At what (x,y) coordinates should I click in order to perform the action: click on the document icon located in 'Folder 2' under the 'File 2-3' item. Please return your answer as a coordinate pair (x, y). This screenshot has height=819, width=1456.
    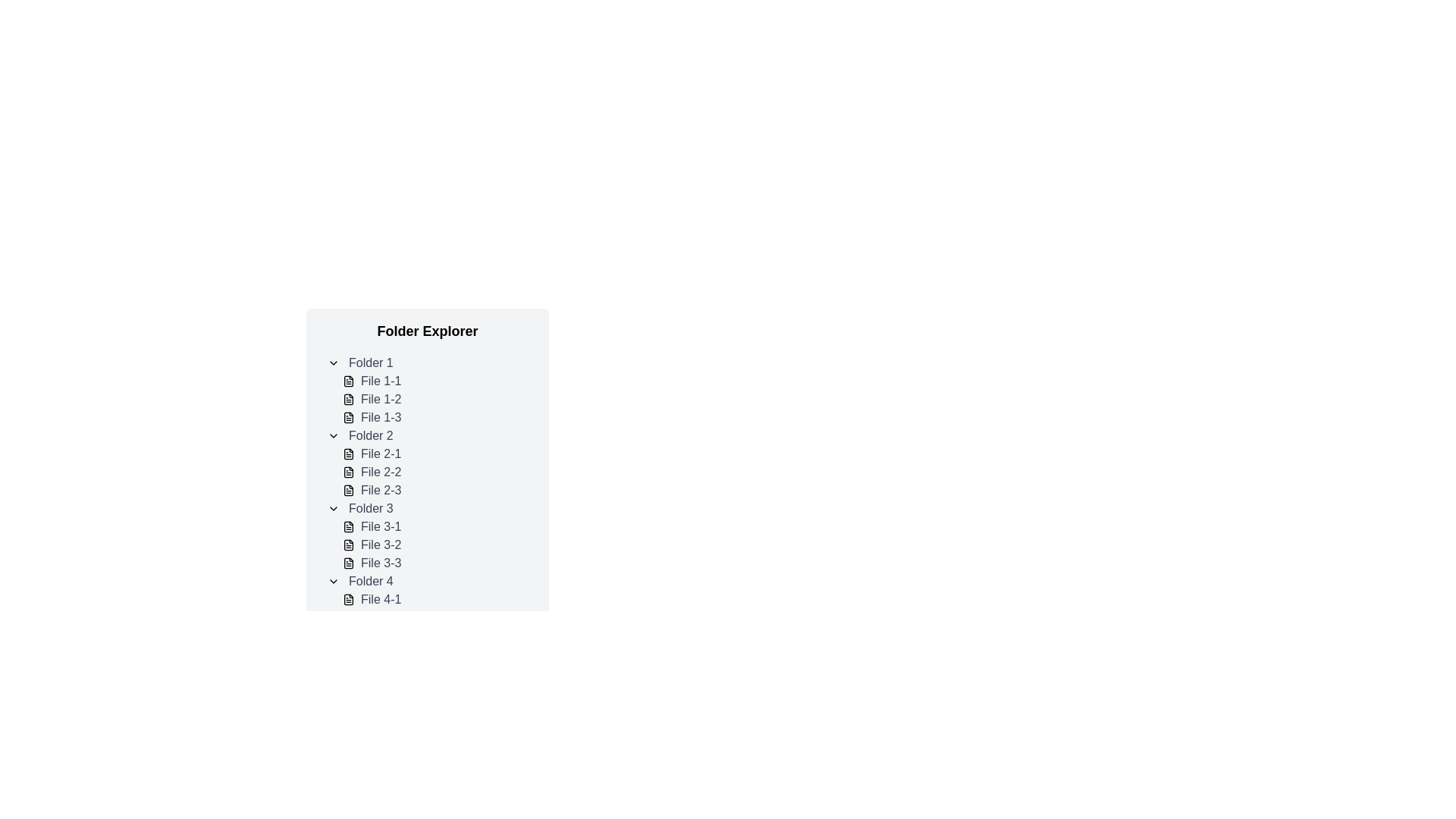
    Looking at the image, I should click on (348, 491).